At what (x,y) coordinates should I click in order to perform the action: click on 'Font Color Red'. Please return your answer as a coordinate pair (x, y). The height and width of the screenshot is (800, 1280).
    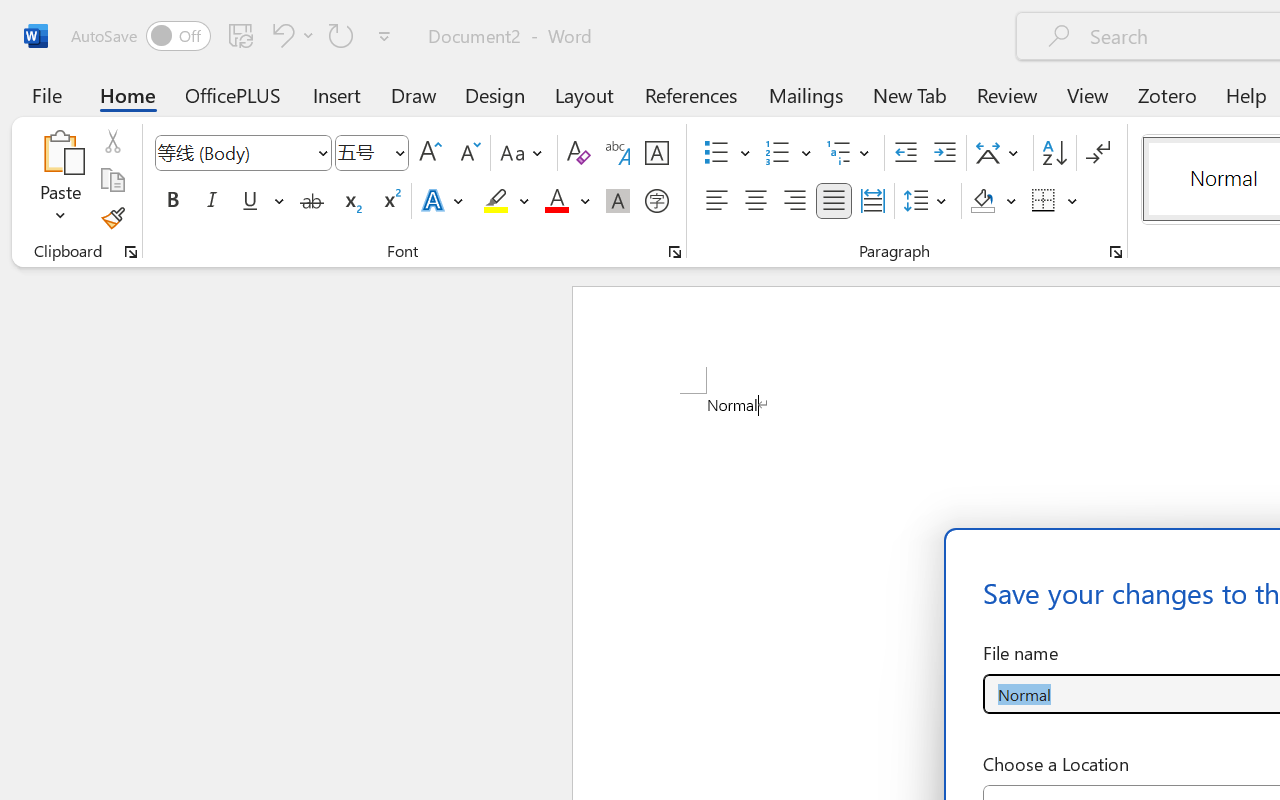
    Looking at the image, I should click on (556, 201).